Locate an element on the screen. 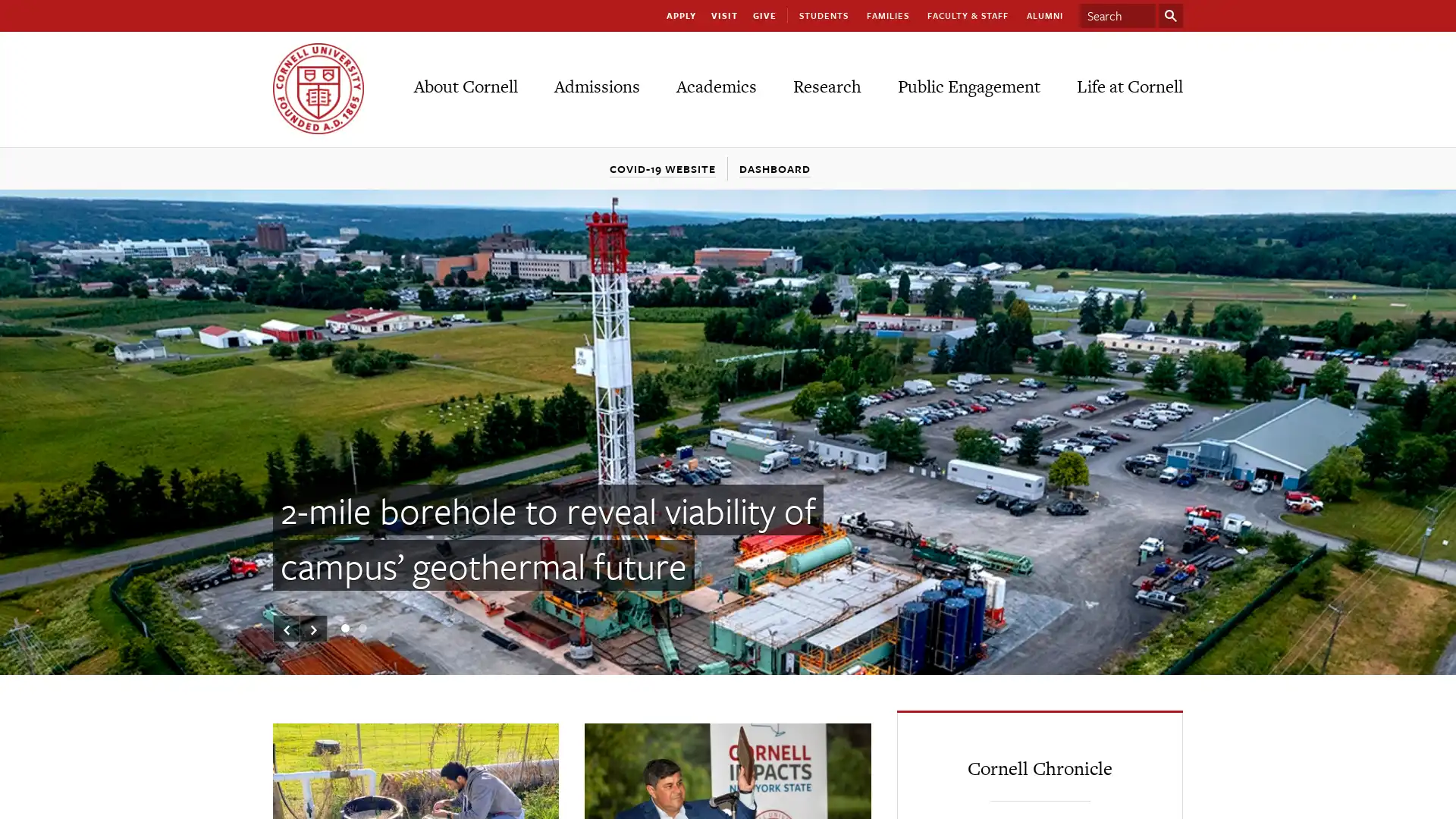  Previous slide is located at coordinates (287, 629).